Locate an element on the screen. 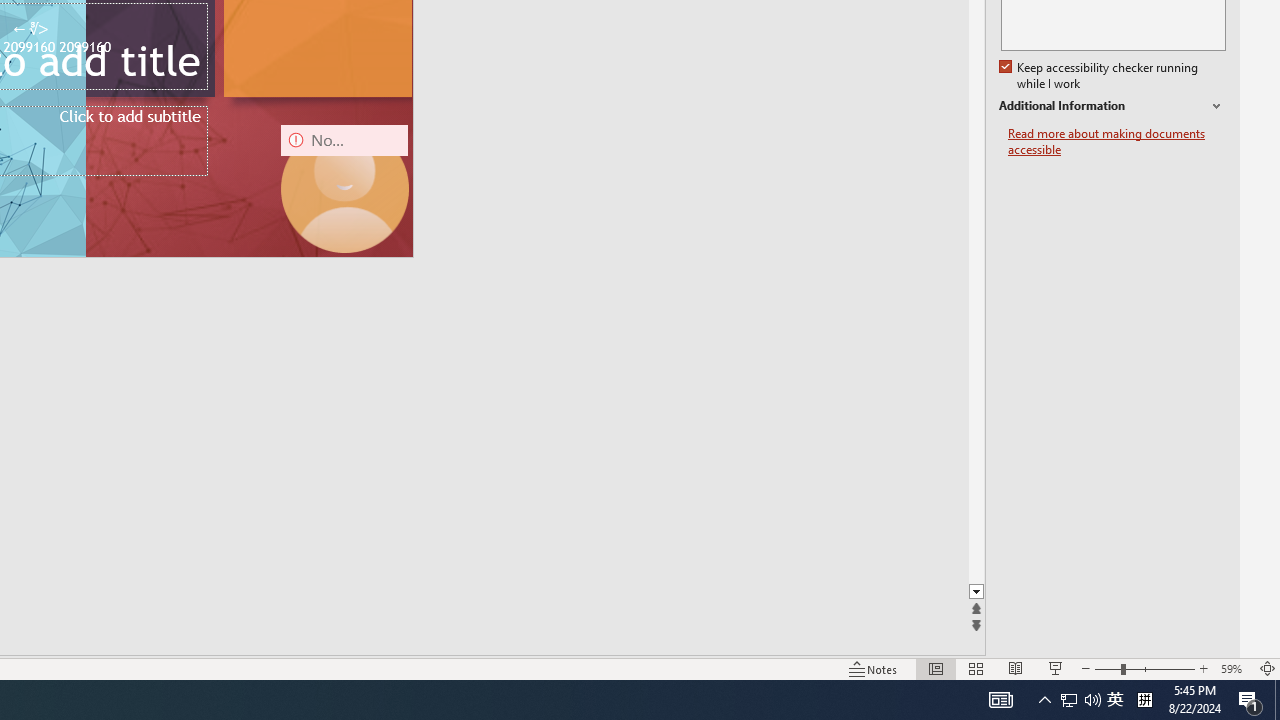 The height and width of the screenshot is (720, 1280). 'TextBox 7' is located at coordinates (30, 30).